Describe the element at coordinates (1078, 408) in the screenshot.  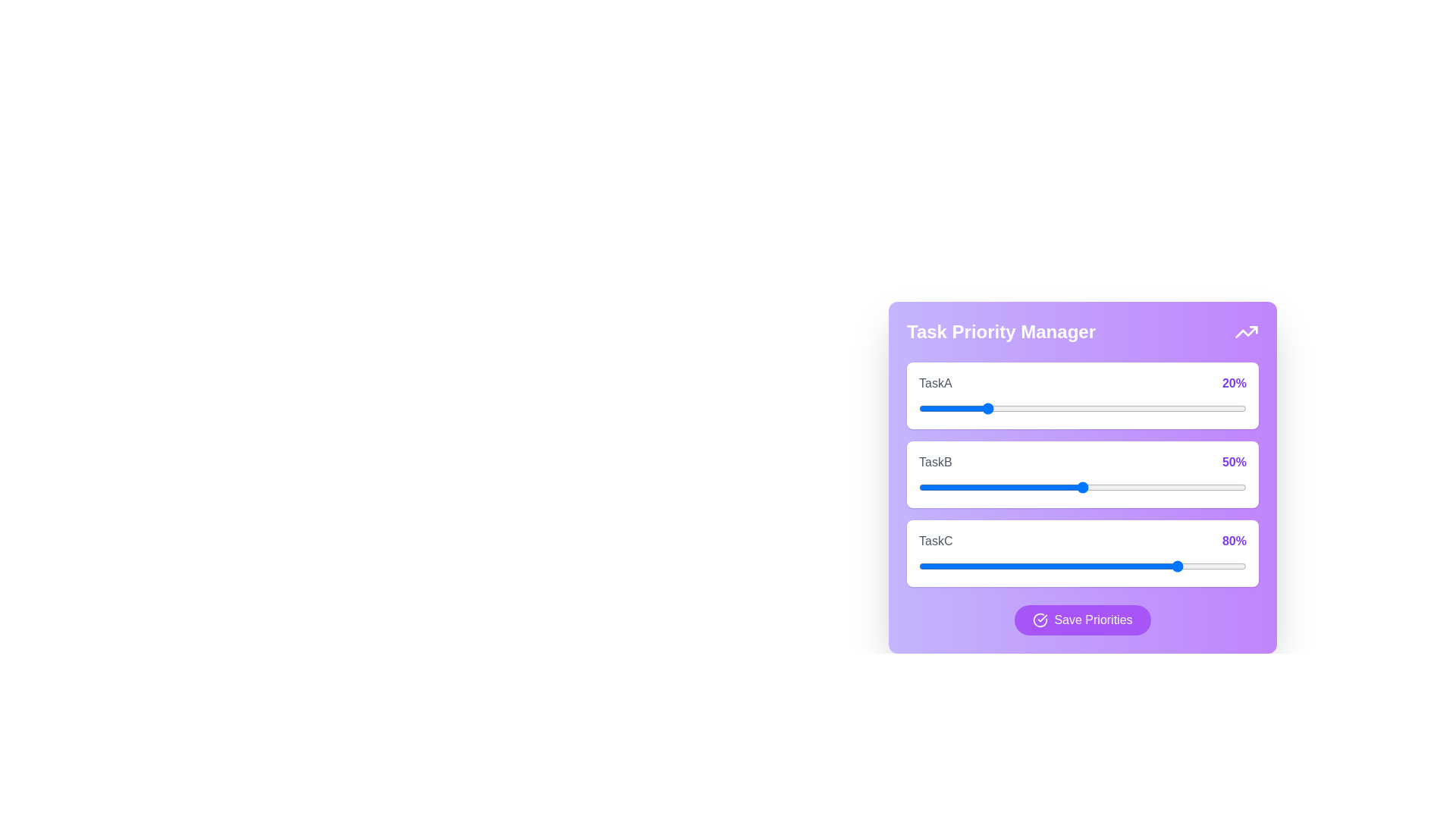
I see `the priority of 0 to 49% using the slider` at that location.